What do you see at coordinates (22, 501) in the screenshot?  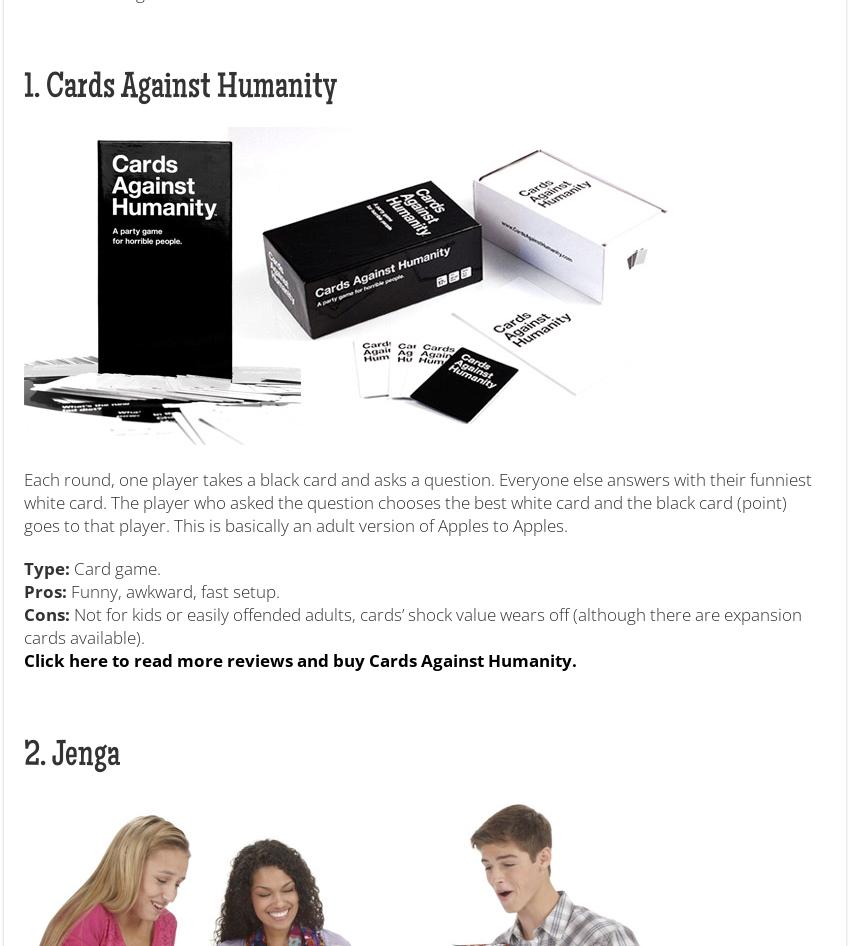 I see `'Each round, one player takes a black card and asks a question. Everyone else answers with their funniest white card. The player who asked the question chooses the best white card and the black card (point) goes to that player. This is basically an adult version of Apples to Apples.'` at bounding box center [22, 501].